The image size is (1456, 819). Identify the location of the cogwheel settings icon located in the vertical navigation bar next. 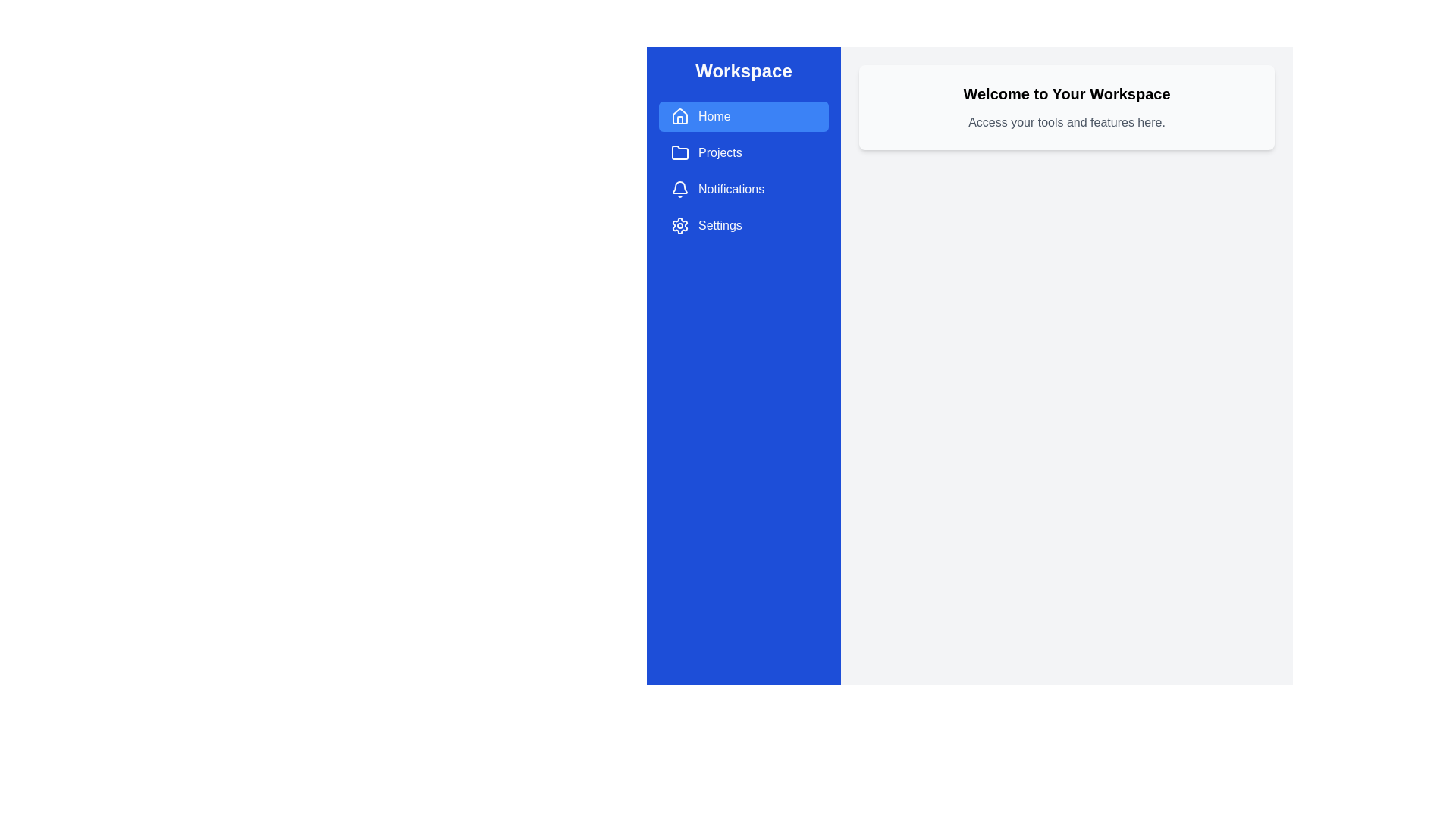
(679, 225).